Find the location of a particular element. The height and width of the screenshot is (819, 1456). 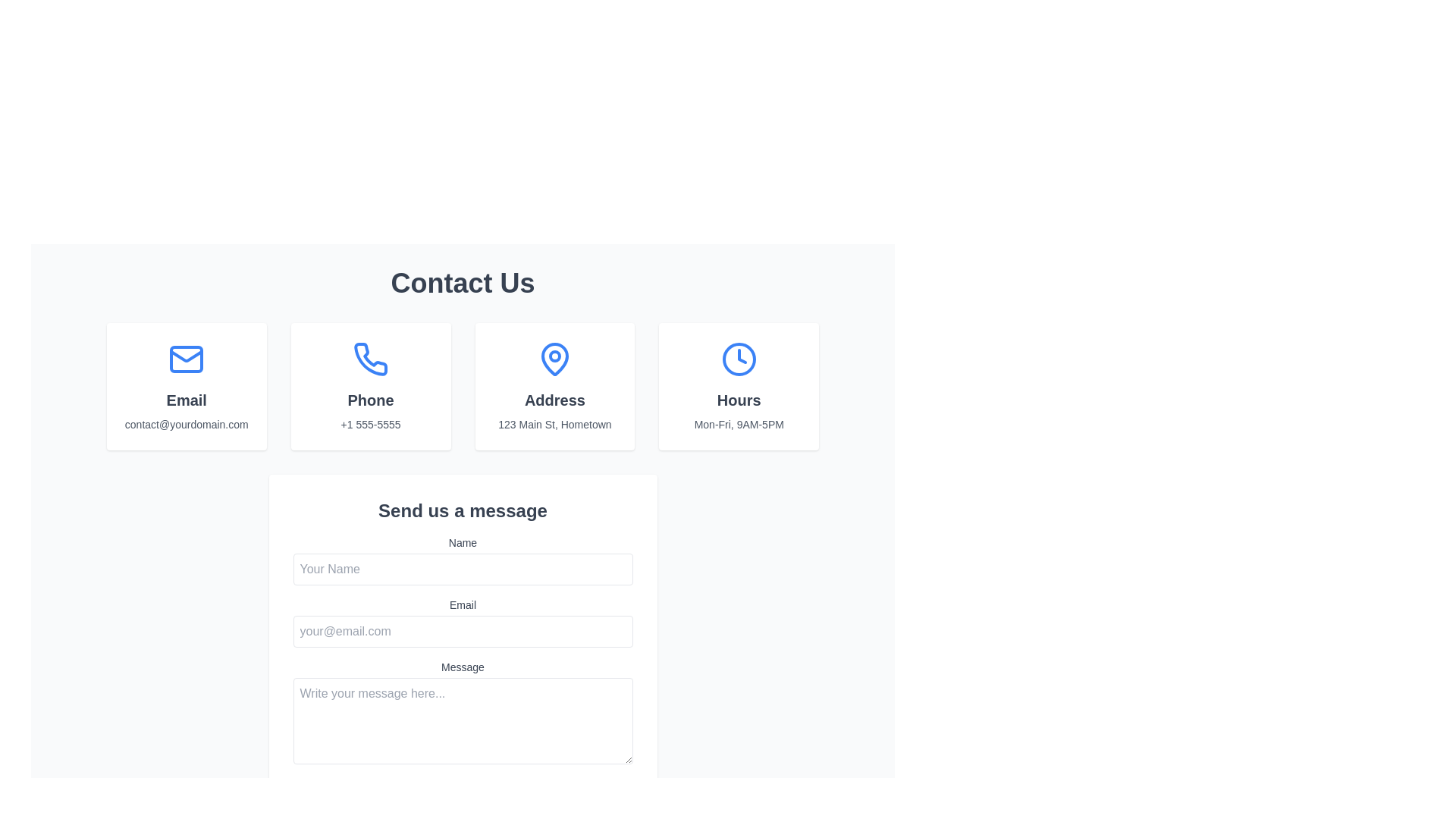

the line or polyline representing the clock hands inside the blue clock icon within the 'Hours' block is located at coordinates (742, 356).